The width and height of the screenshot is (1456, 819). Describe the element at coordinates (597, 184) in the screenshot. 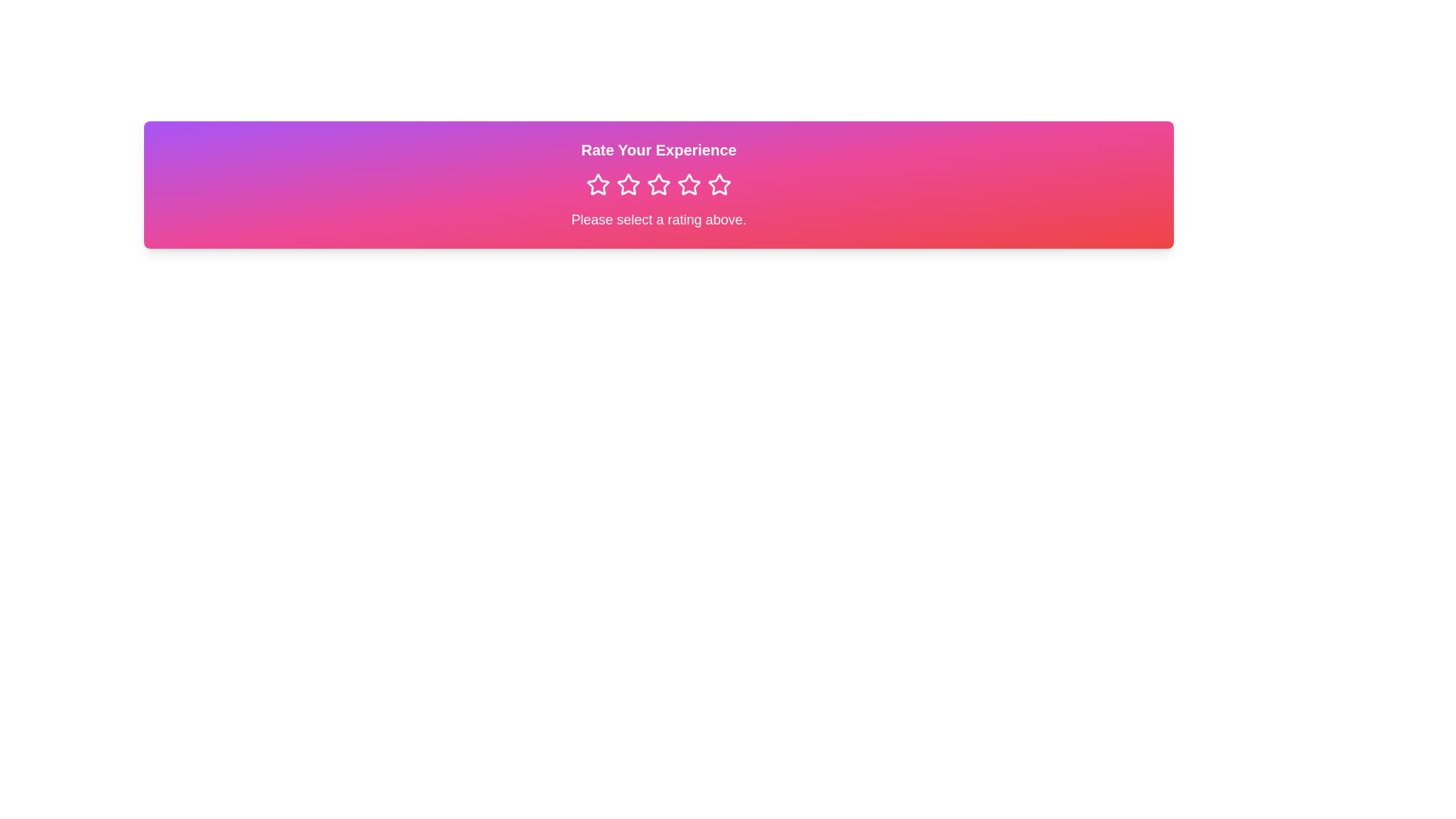

I see `the first star-shaped rating icon with a hollow center, highlighted in yellow` at that location.